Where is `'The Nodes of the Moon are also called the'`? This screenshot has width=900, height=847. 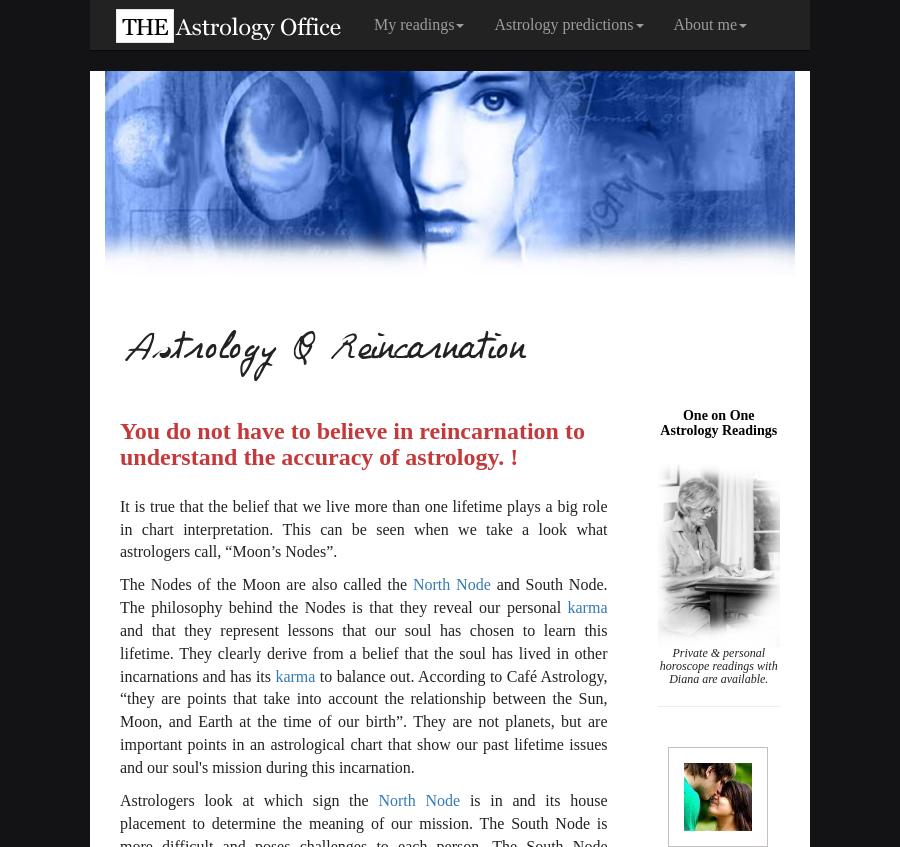
'The Nodes of the Moon are also called the' is located at coordinates (265, 584).